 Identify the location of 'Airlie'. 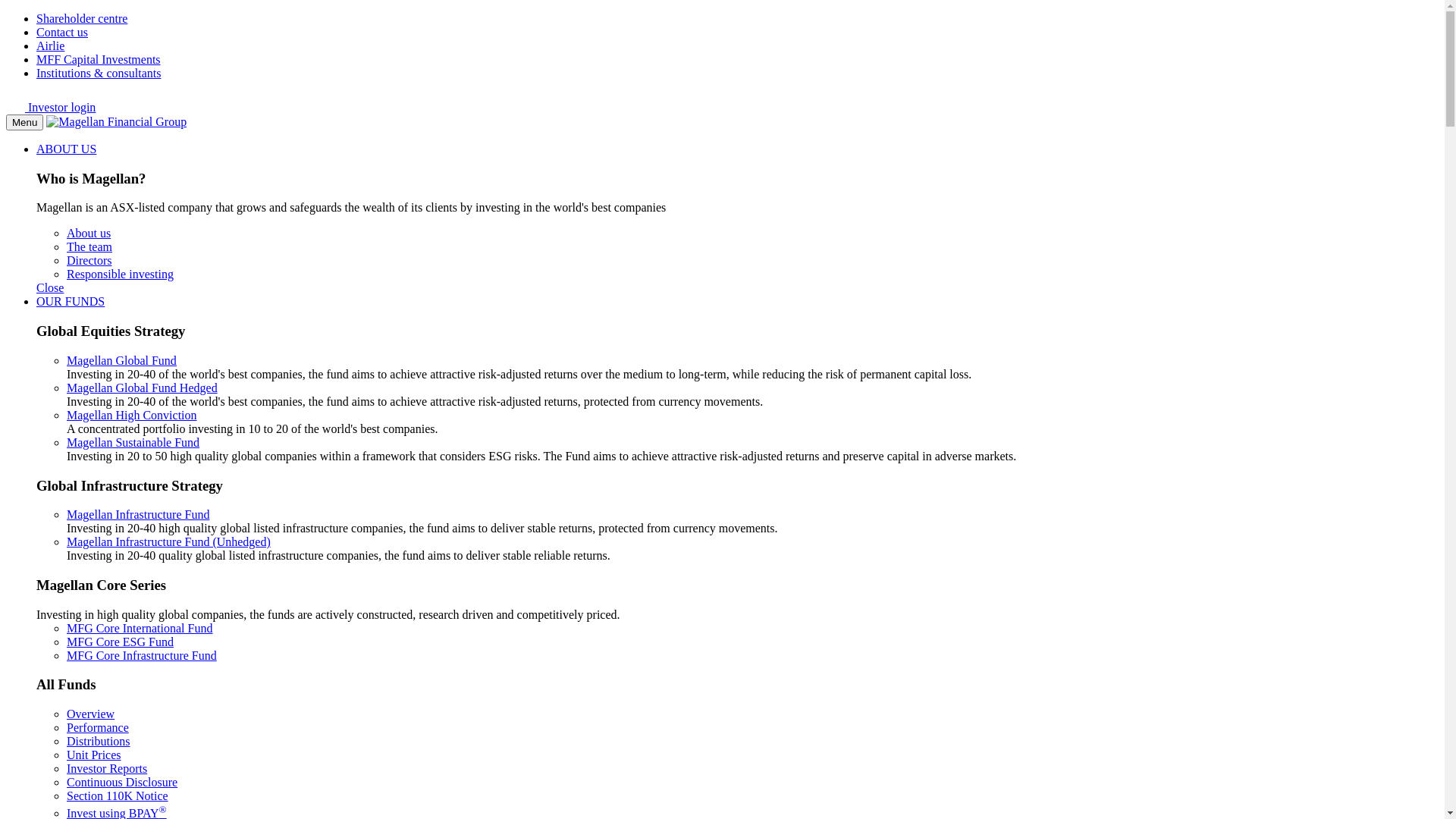
(50, 45).